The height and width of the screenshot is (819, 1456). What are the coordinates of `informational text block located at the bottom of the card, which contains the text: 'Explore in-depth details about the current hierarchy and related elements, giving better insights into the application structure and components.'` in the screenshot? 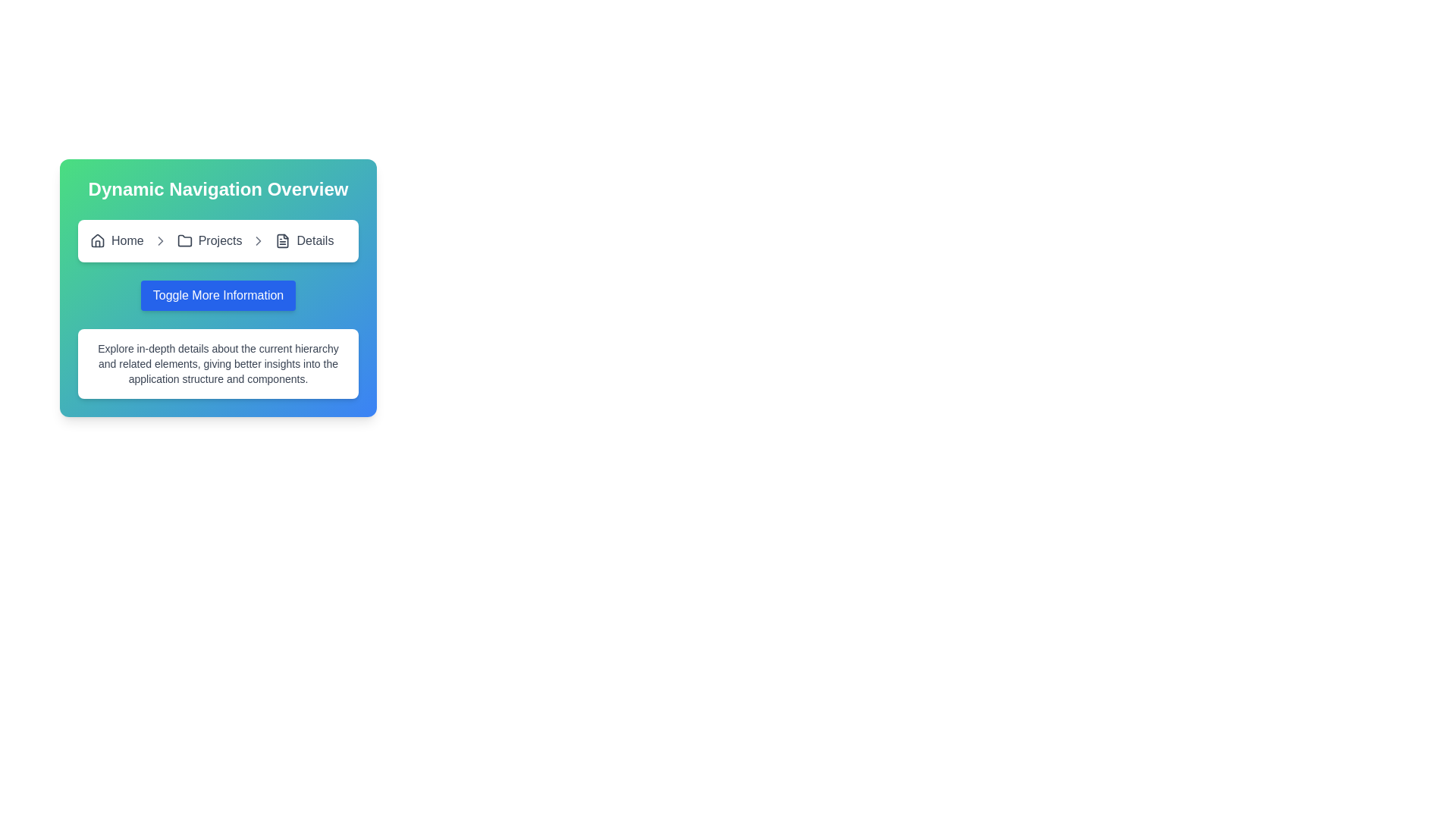 It's located at (218, 363).